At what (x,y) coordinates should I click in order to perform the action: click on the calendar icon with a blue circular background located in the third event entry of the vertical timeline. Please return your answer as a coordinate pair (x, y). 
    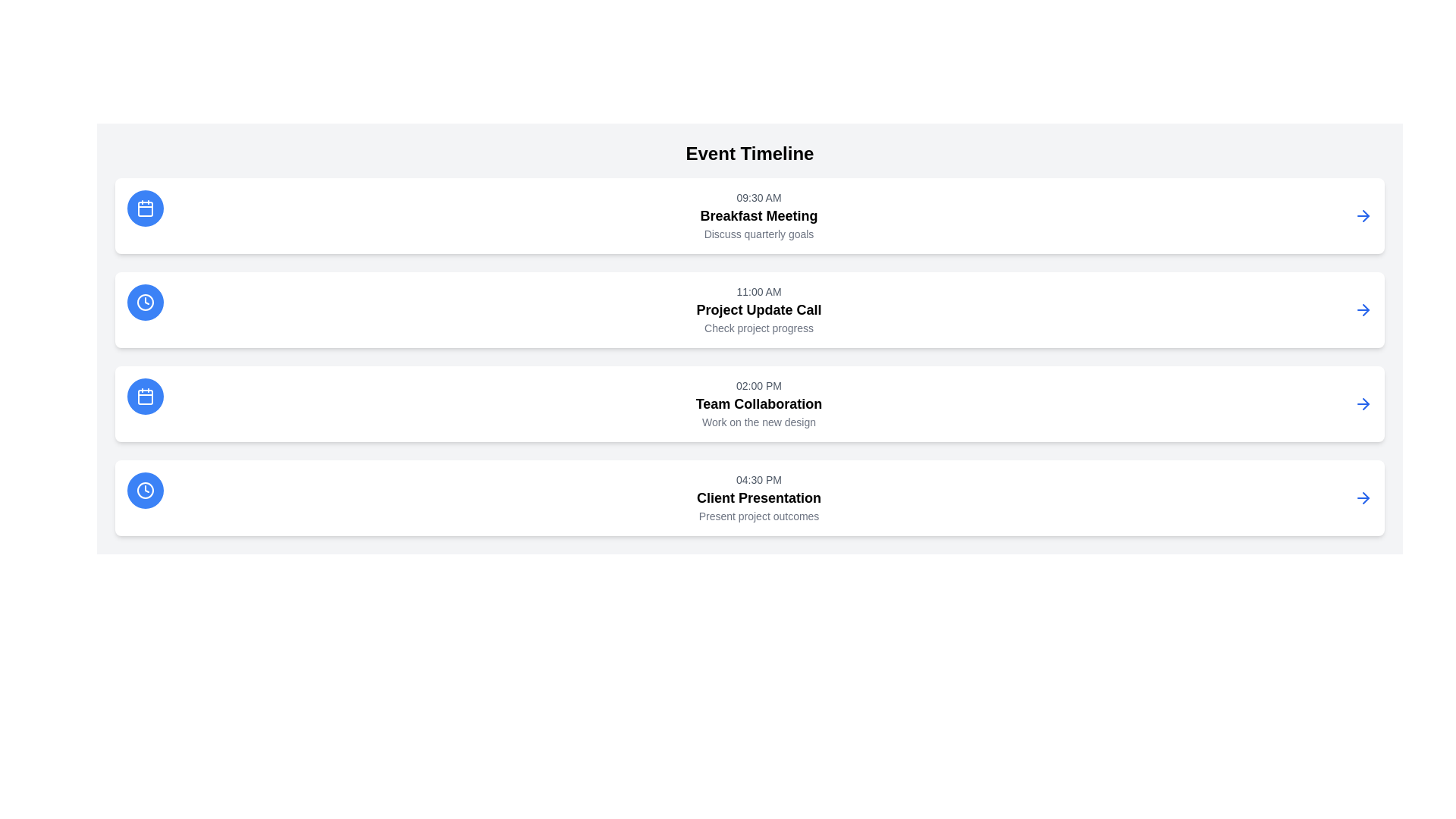
    Looking at the image, I should click on (146, 396).